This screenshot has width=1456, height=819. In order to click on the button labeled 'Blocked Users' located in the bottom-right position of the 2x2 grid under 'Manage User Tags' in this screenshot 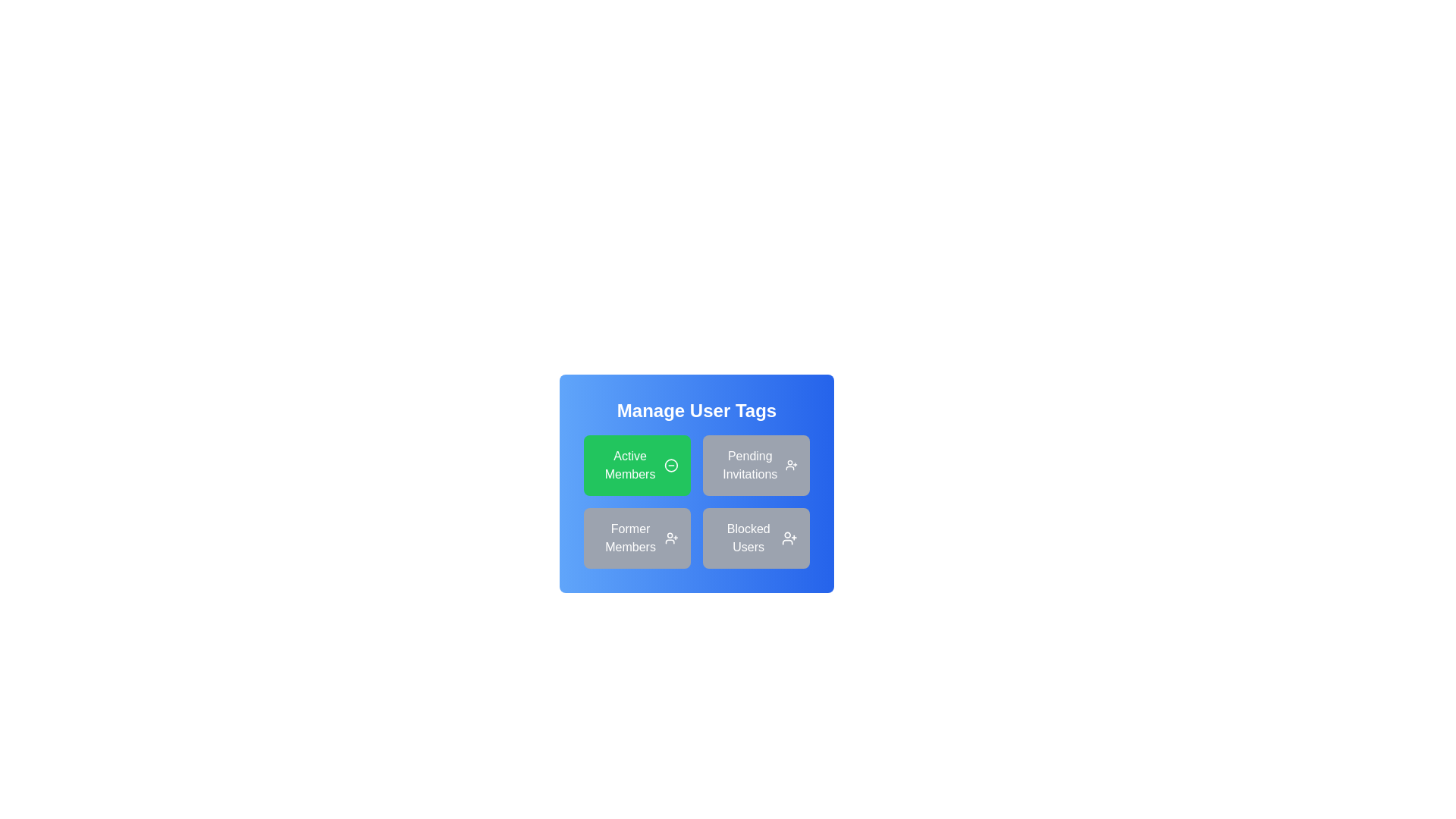, I will do `click(748, 537)`.